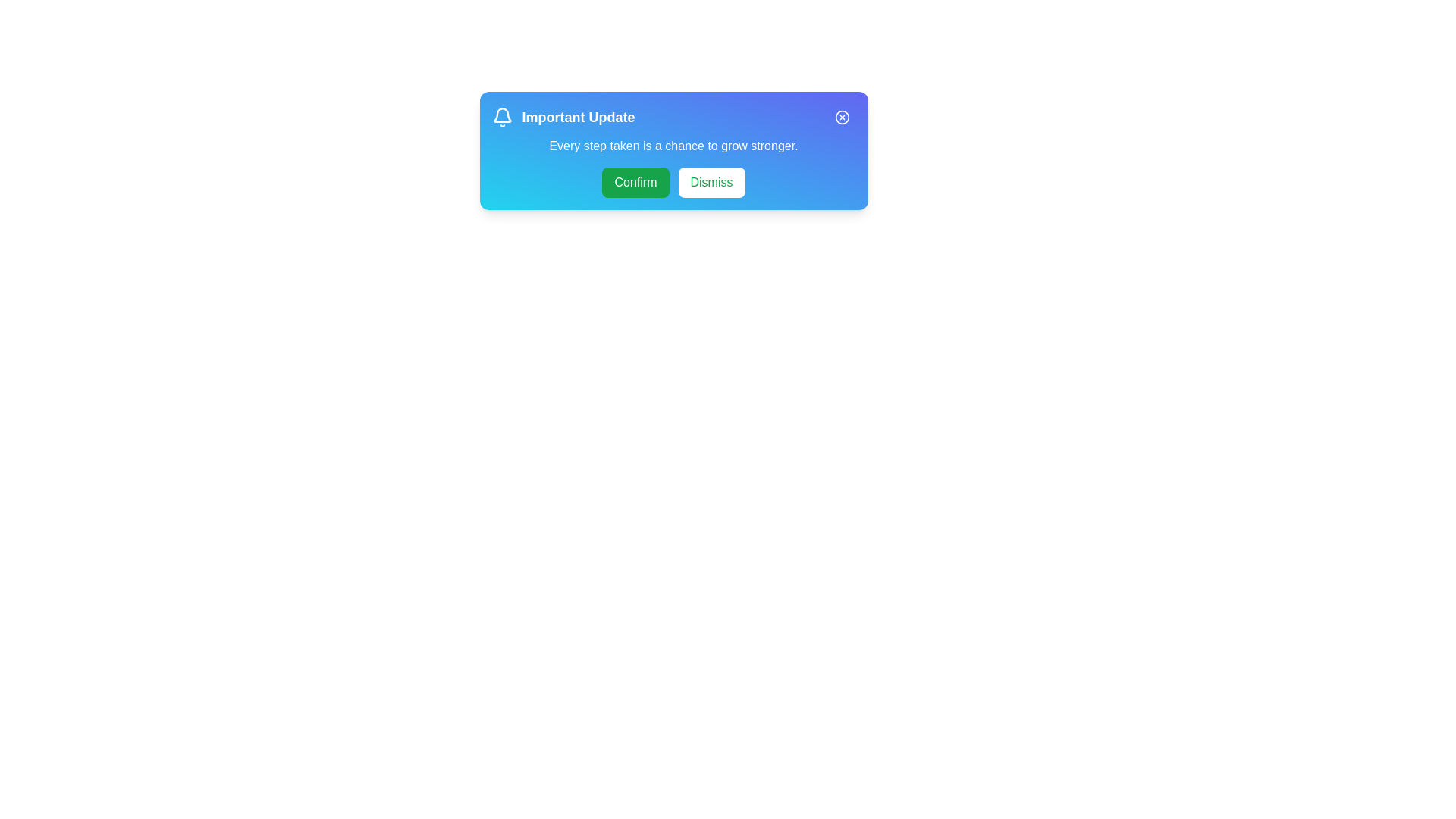 This screenshot has width=1456, height=819. I want to click on close button to dismiss the alert, so click(841, 116).